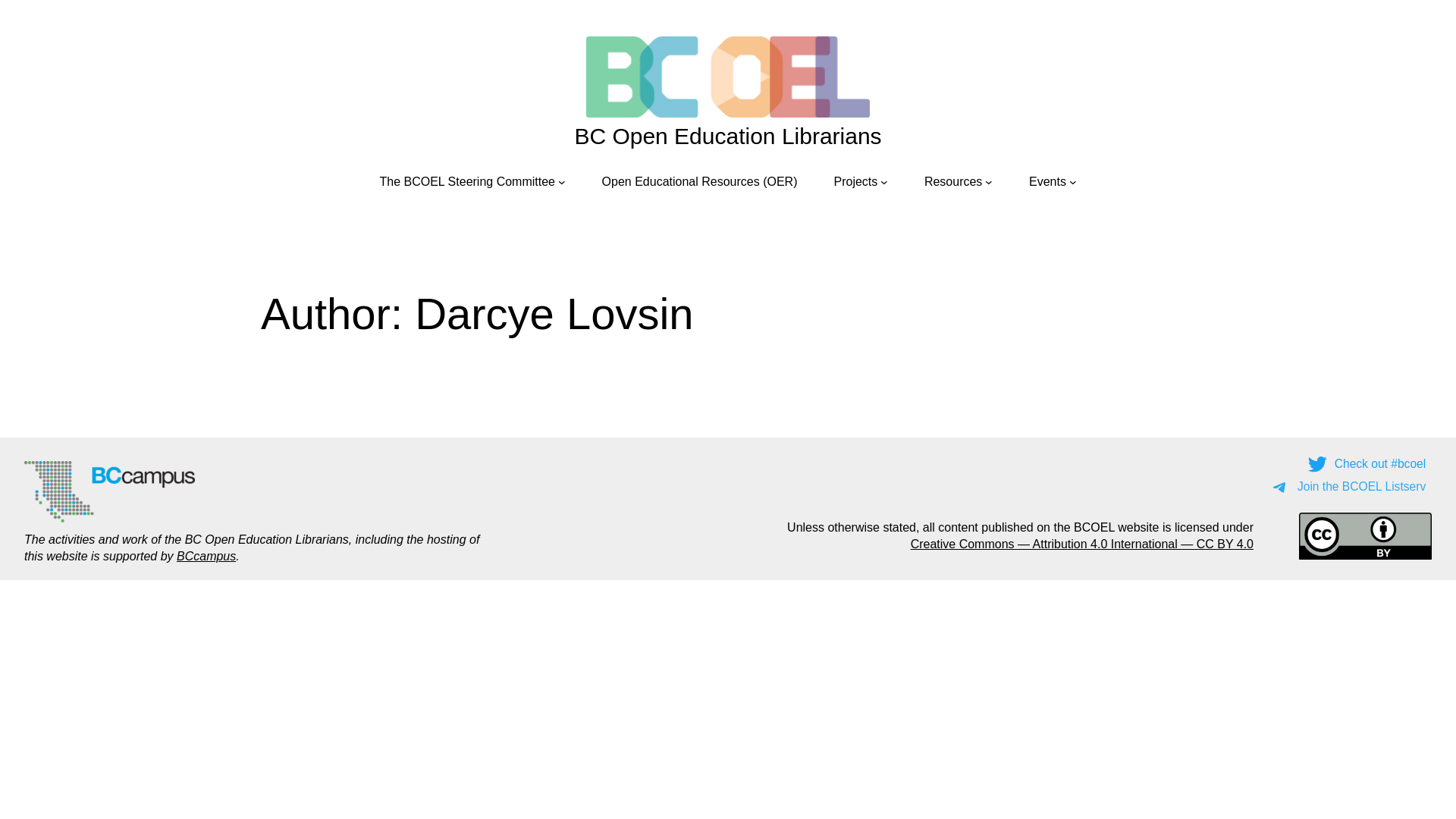 This screenshot has height=819, width=1456. Describe the element at coordinates (924, 180) in the screenshot. I see `'Resources'` at that location.